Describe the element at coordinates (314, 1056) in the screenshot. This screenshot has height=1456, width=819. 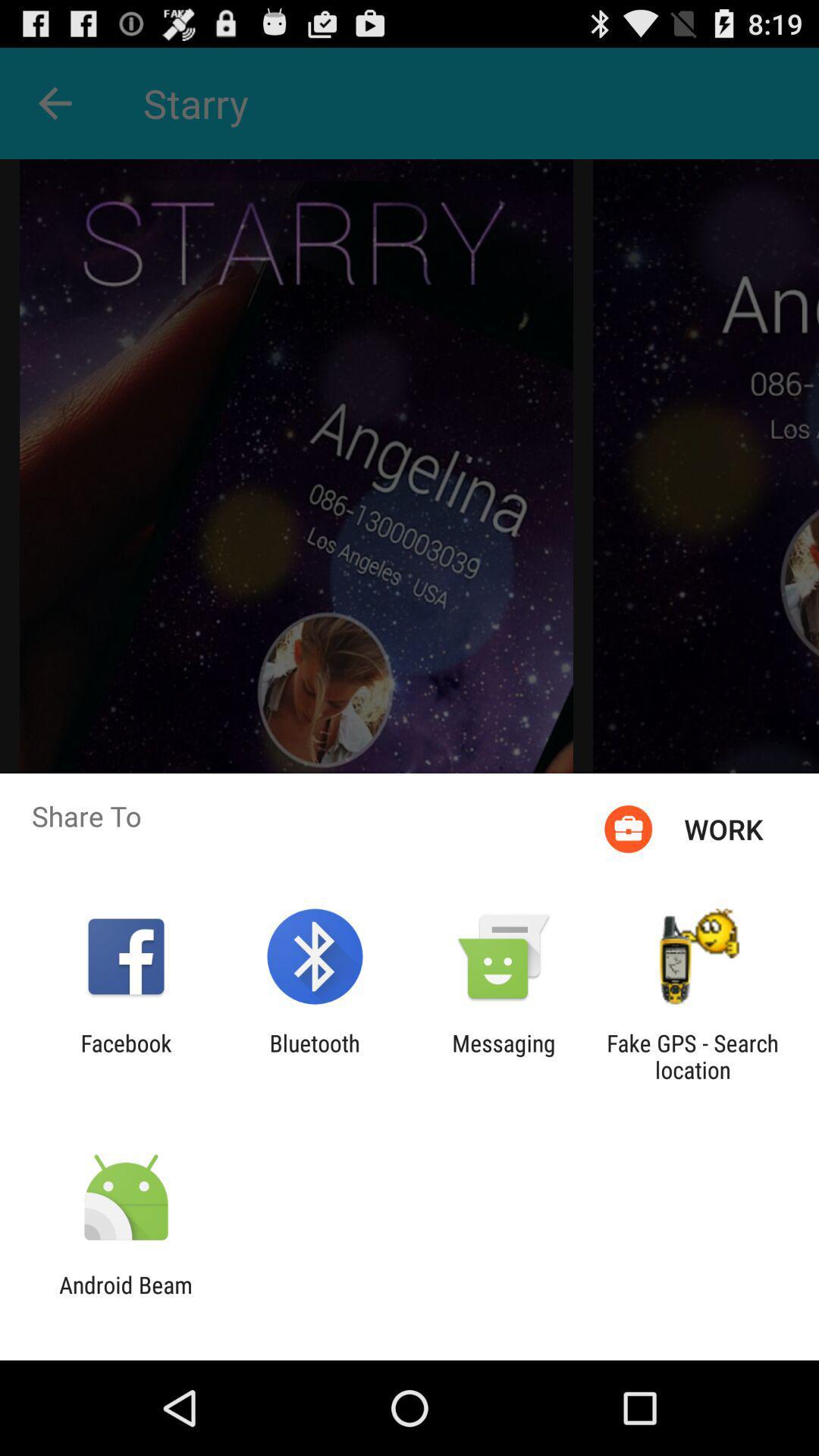
I see `icon to the left of messaging app` at that location.